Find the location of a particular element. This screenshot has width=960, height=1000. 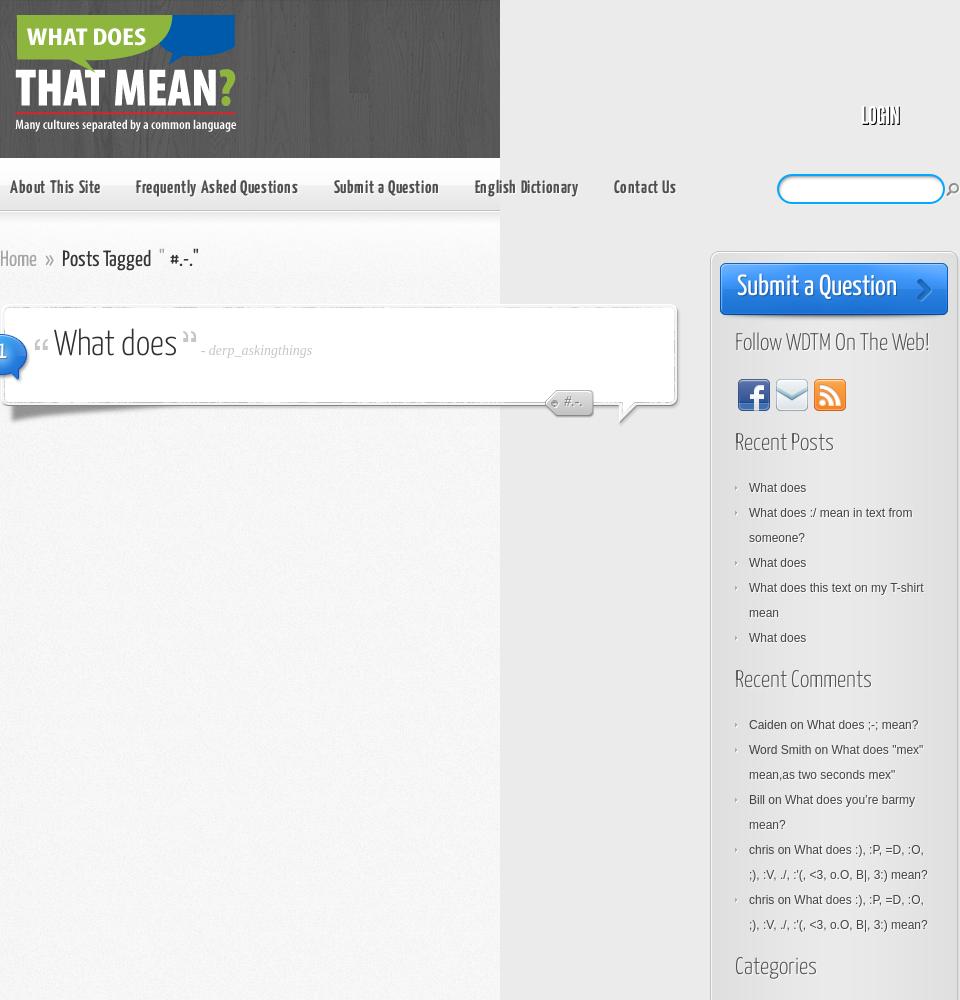

'#.-.' is located at coordinates (564, 401).